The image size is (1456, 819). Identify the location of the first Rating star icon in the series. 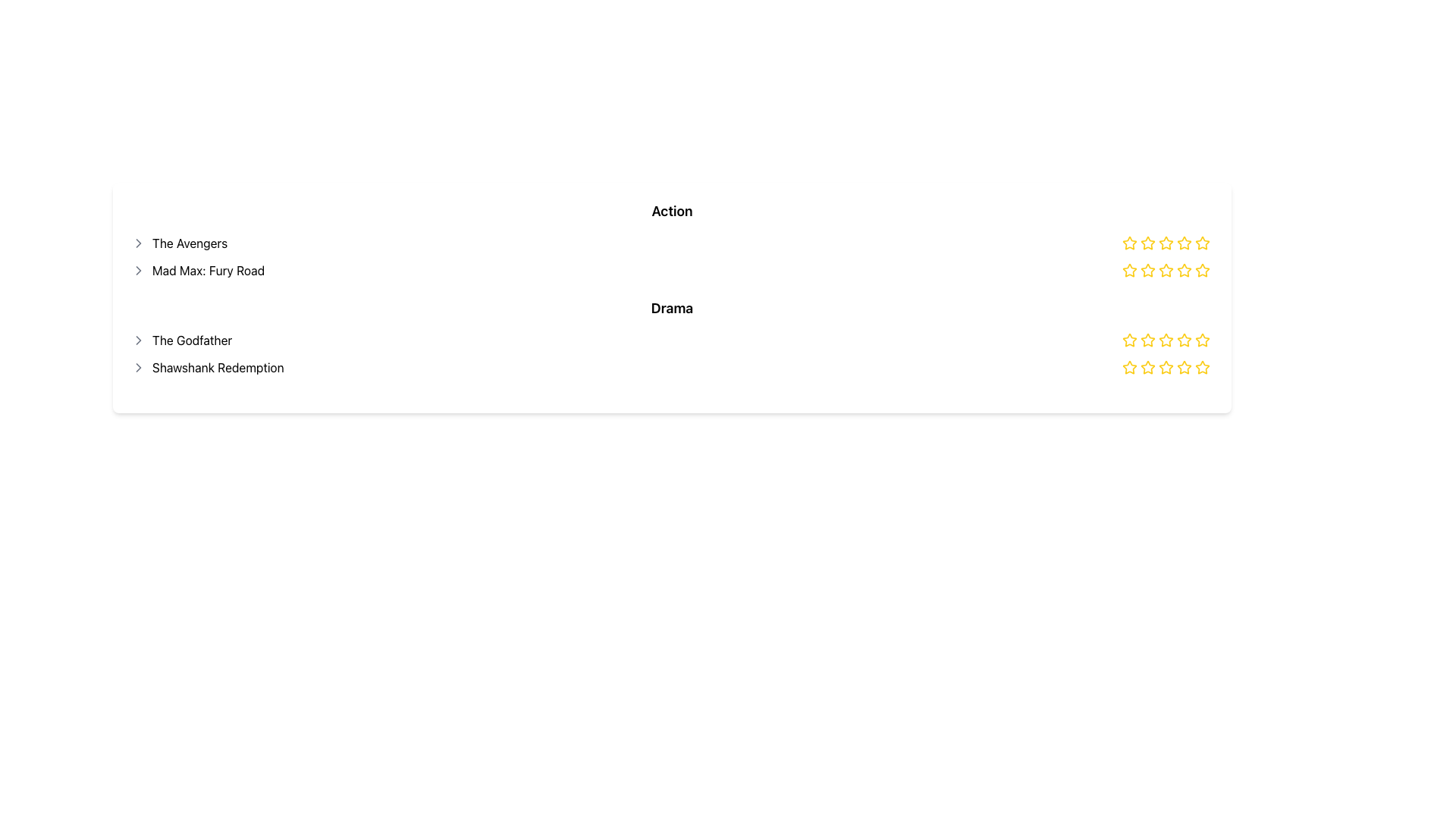
(1129, 242).